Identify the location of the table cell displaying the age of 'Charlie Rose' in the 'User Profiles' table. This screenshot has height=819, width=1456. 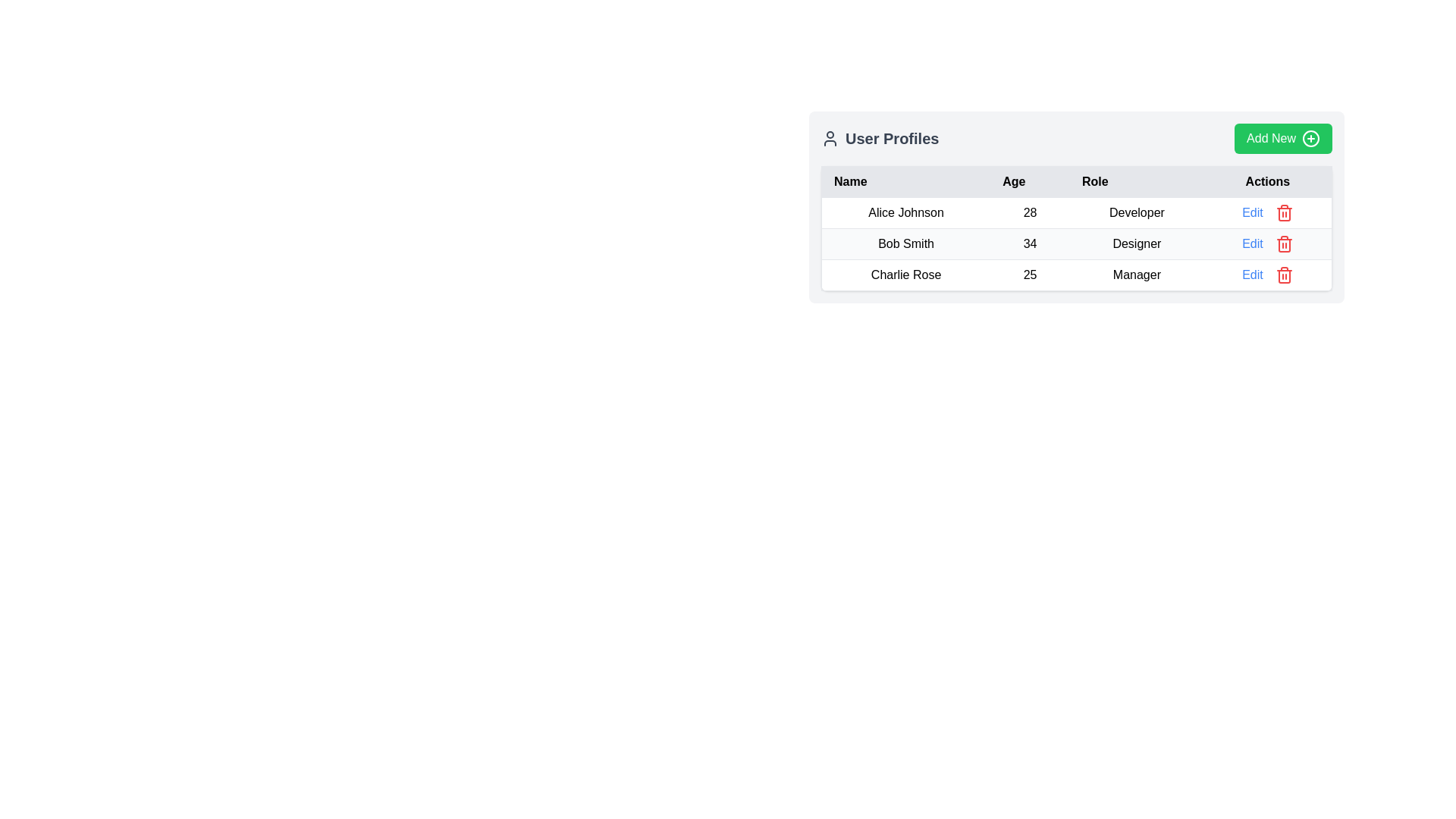
(1030, 275).